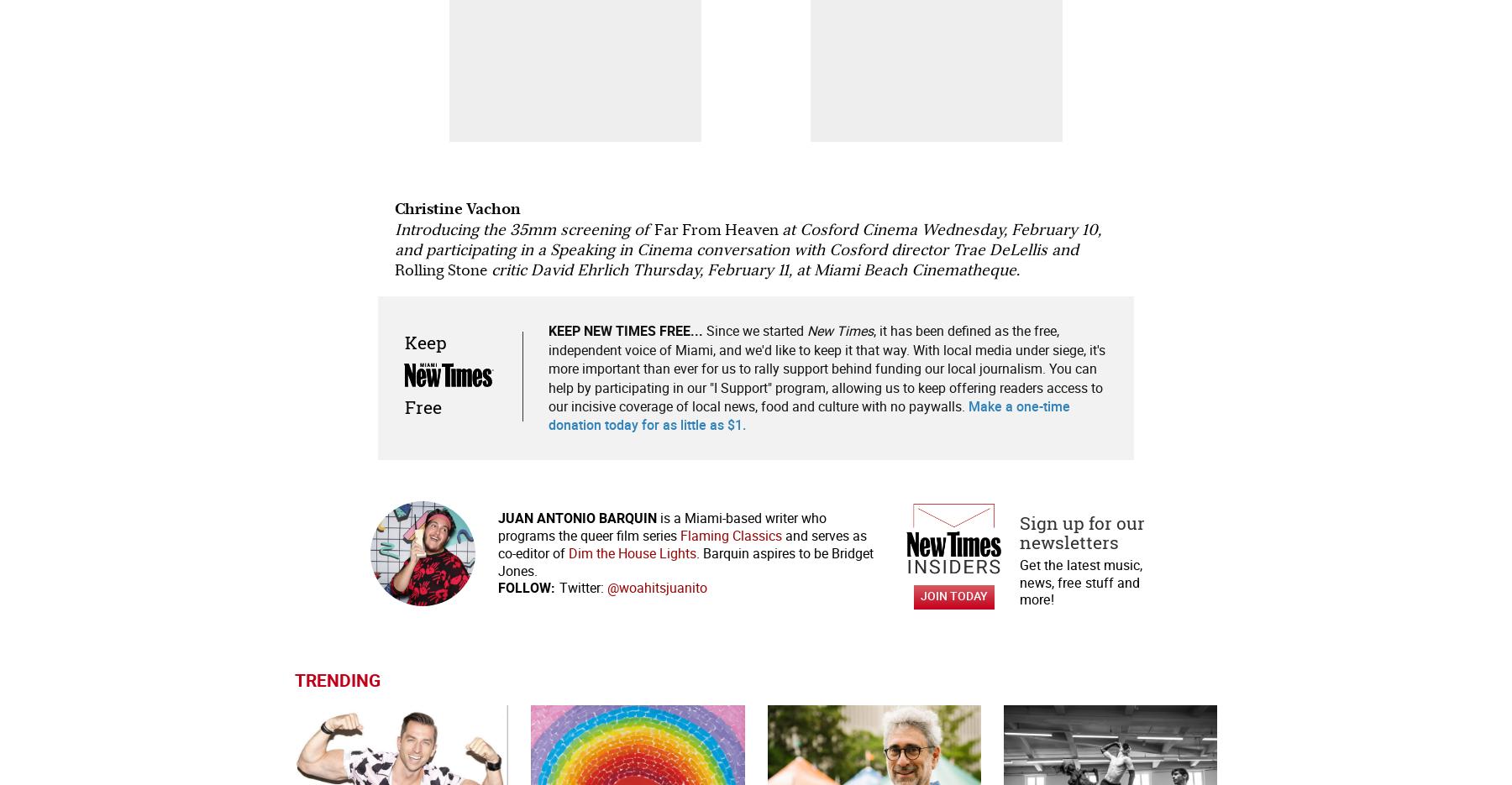 This screenshot has width=1512, height=785. I want to click on 'Sign up for our newsletters', so click(1082, 531).